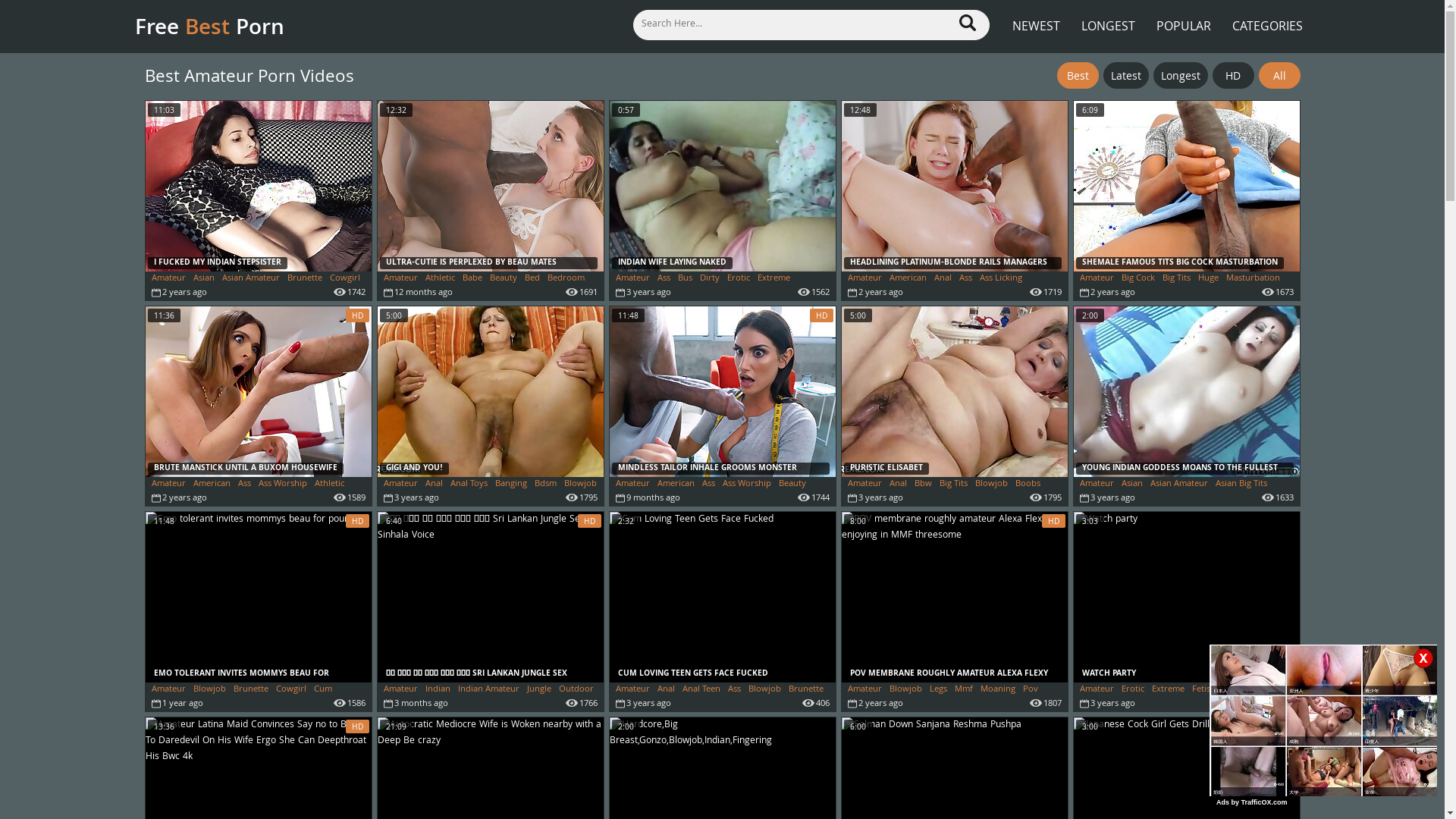 Image resolution: width=1456 pixels, height=819 pixels. What do you see at coordinates (1030, 689) in the screenshot?
I see `'Pov'` at bounding box center [1030, 689].